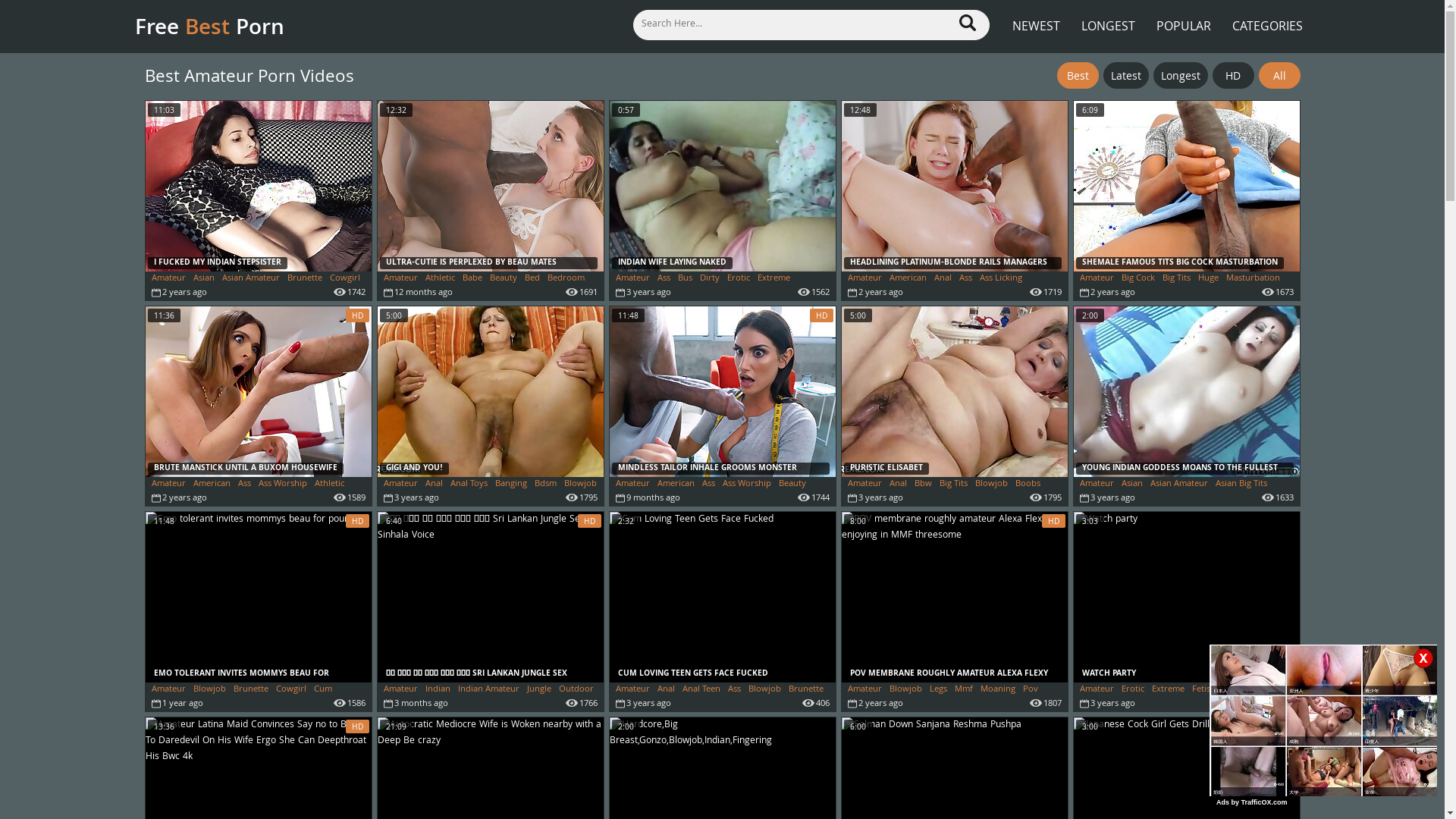 Image resolution: width=1456 pixels, height=819 pixels. What do you see at coordinates (1030, 689) in the screenshot?
I see `'Pov'` at bounding box center [1030, 689].